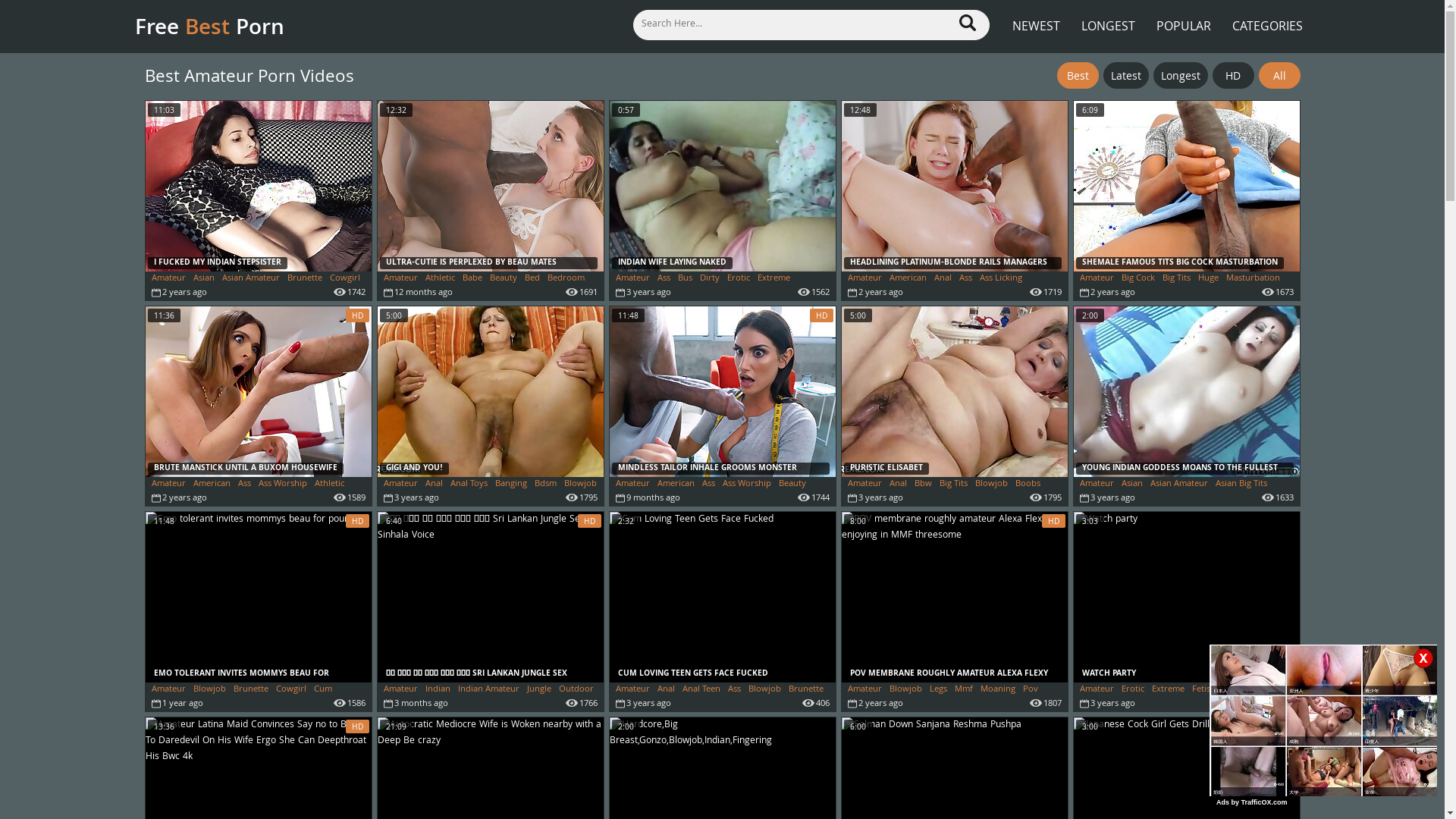 Image resolution: width=1456 pixels, height=819 pixels. What do you see at coordinates (1030, 689) in the screenshot?
I see `'Pov'` at bounding box center [1030, 689].